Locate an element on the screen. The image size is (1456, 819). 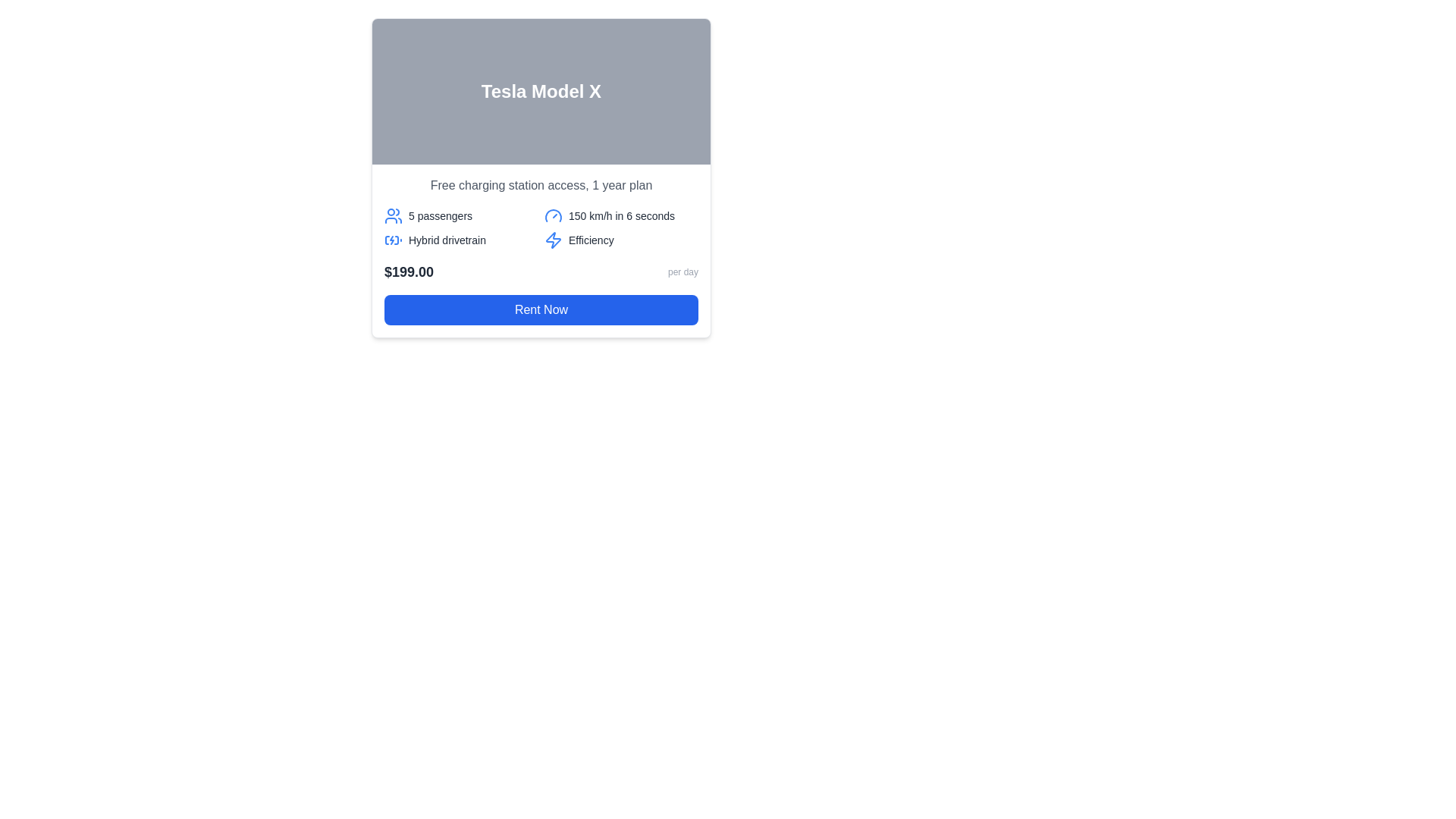
the text element displaying '150 km/h in 6 seconds', which is styled in gray and located in the central-right portion of the card, adjacent to a blue circular gauge icon is located at coordinates (622, 216).